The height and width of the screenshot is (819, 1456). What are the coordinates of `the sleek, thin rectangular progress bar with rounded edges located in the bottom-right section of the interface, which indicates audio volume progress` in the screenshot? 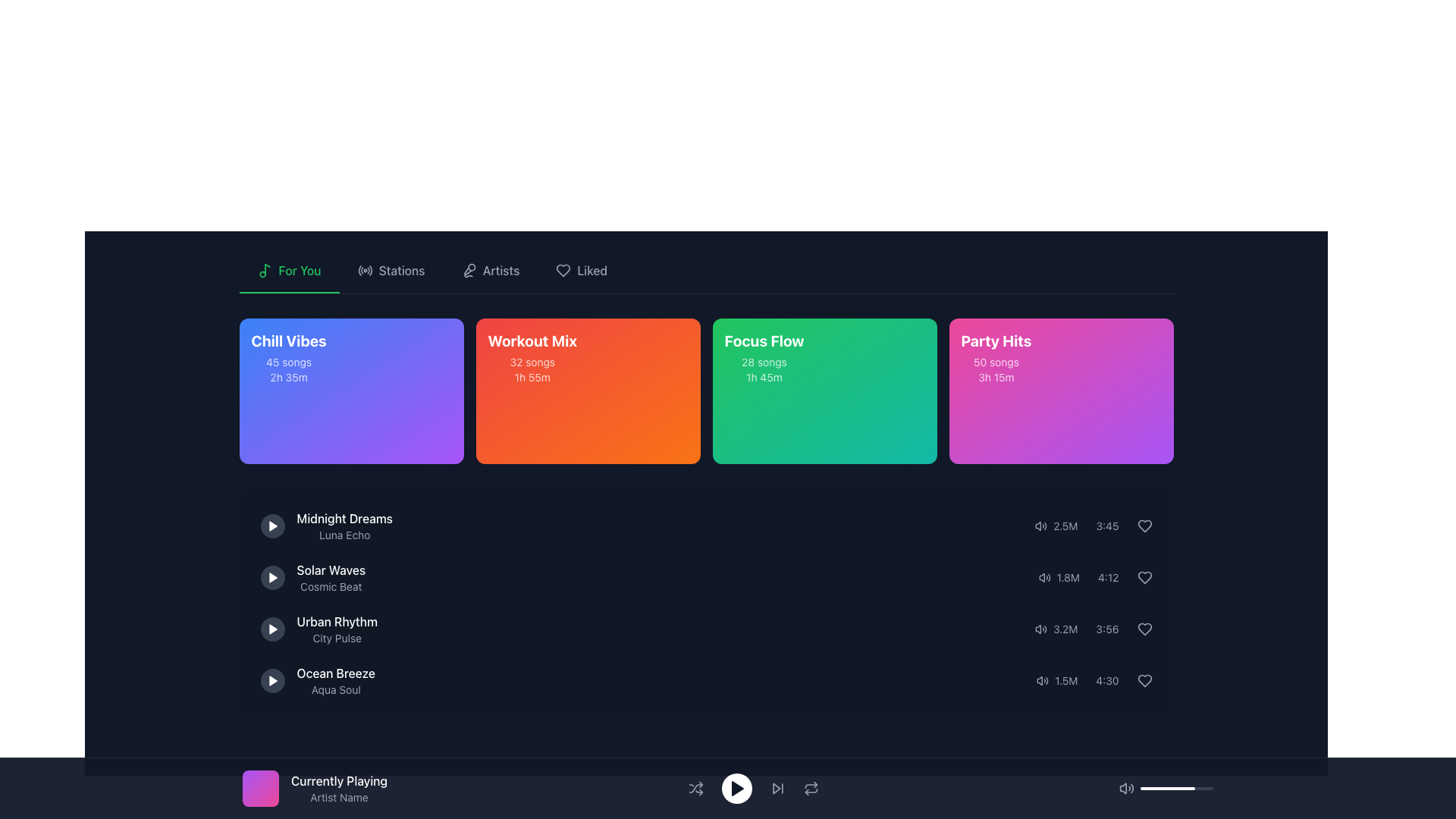 It's located at (1175, 788).